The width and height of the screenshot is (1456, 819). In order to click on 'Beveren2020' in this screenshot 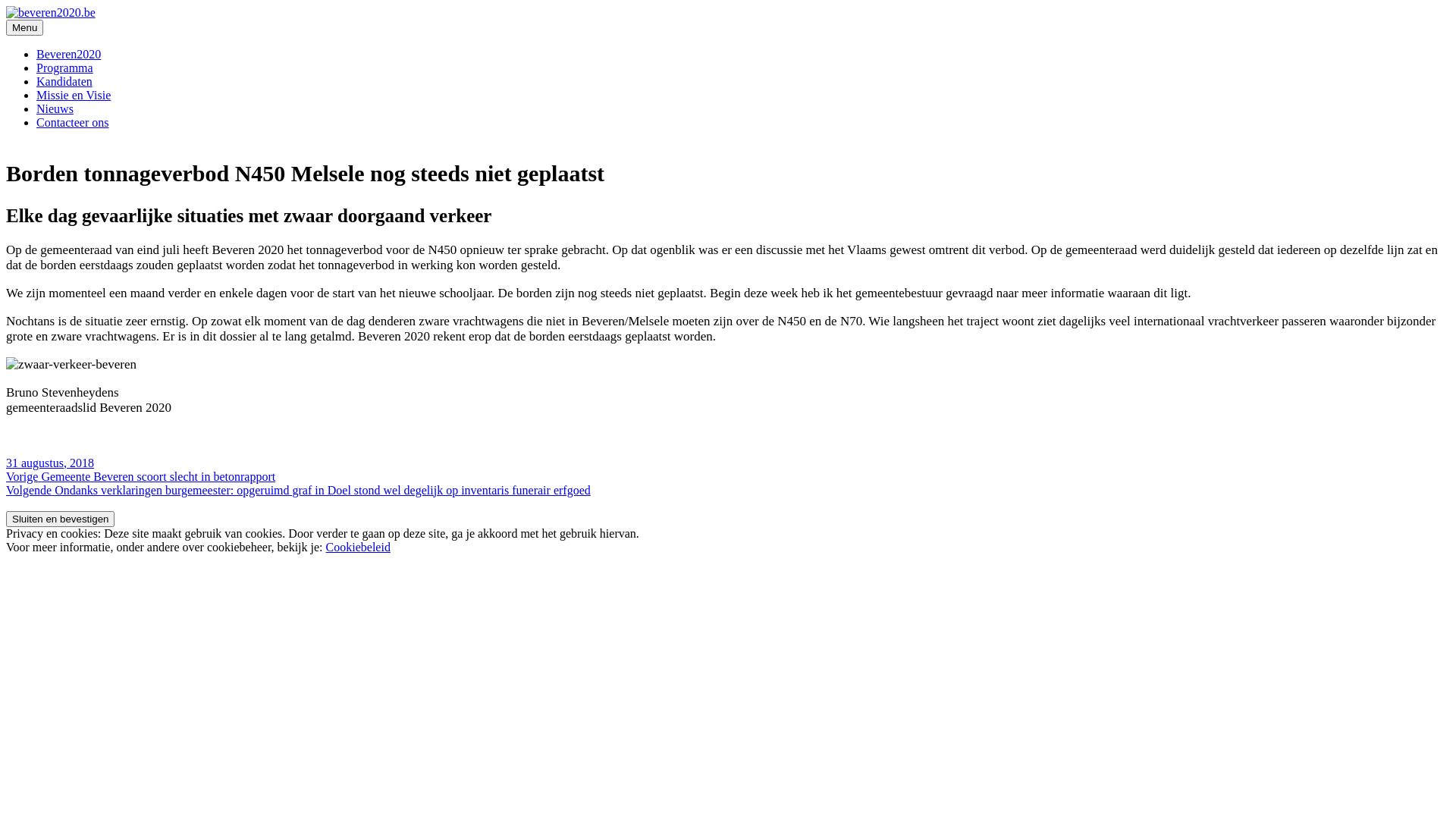, I will do `click(67, 53)`.